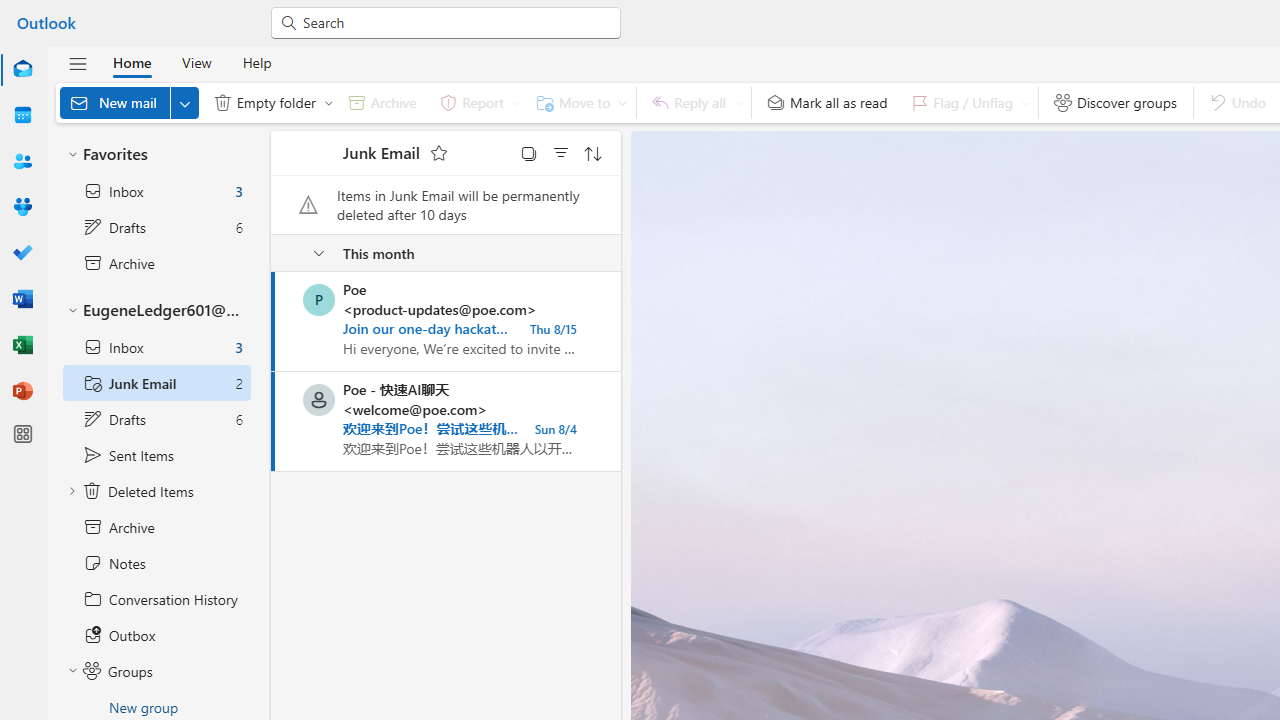 The width and height of the screenshot is (1280, 720). What do you see at coordinates (23, 299) in the screenshot?
I see `'Word'` at bounding box center [23, 299].